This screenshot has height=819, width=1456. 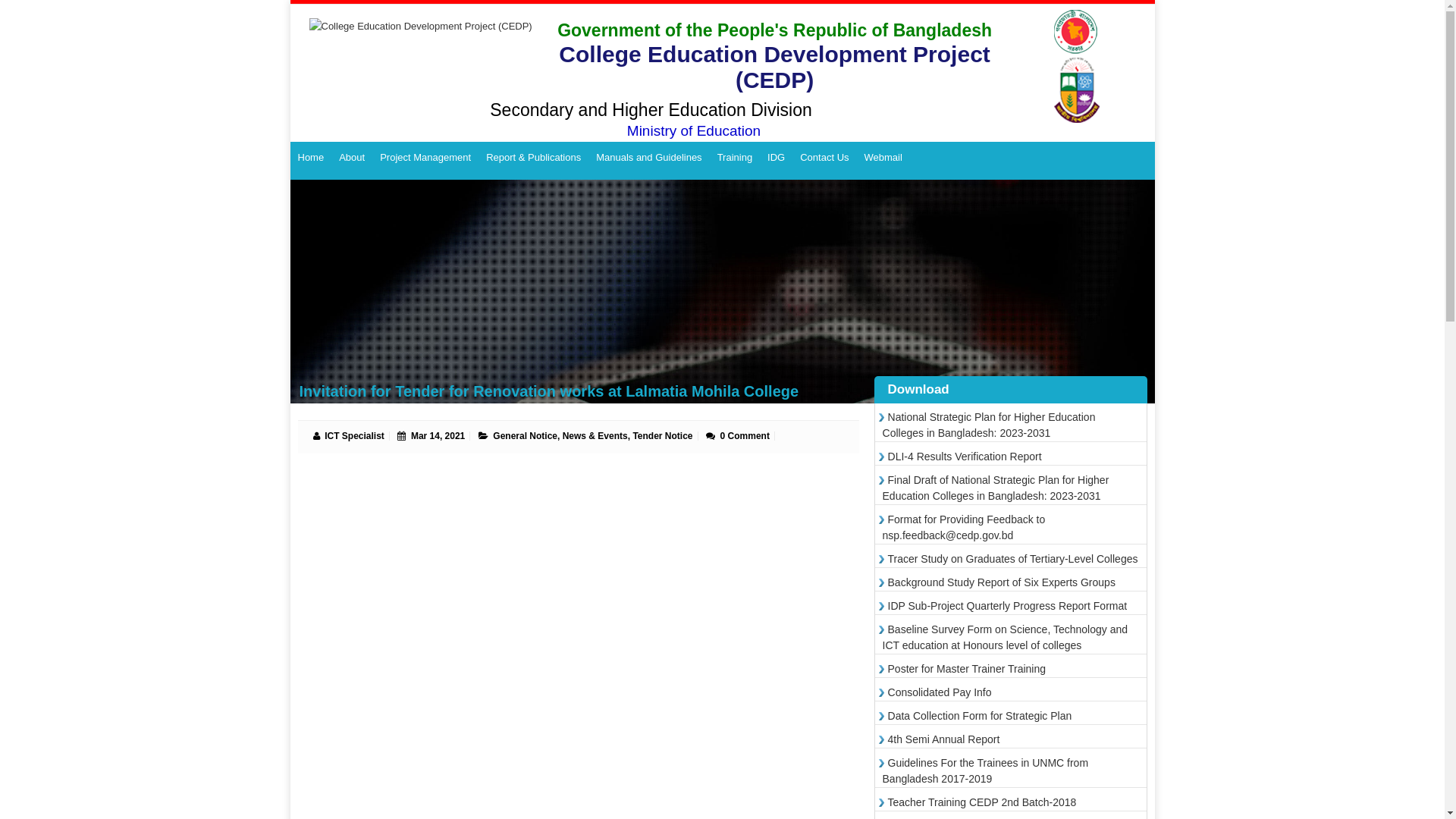 What do you see at coordinates (492, 435) in the screenshot?
I see `'General Notice'` at bounding box center [492, 435].